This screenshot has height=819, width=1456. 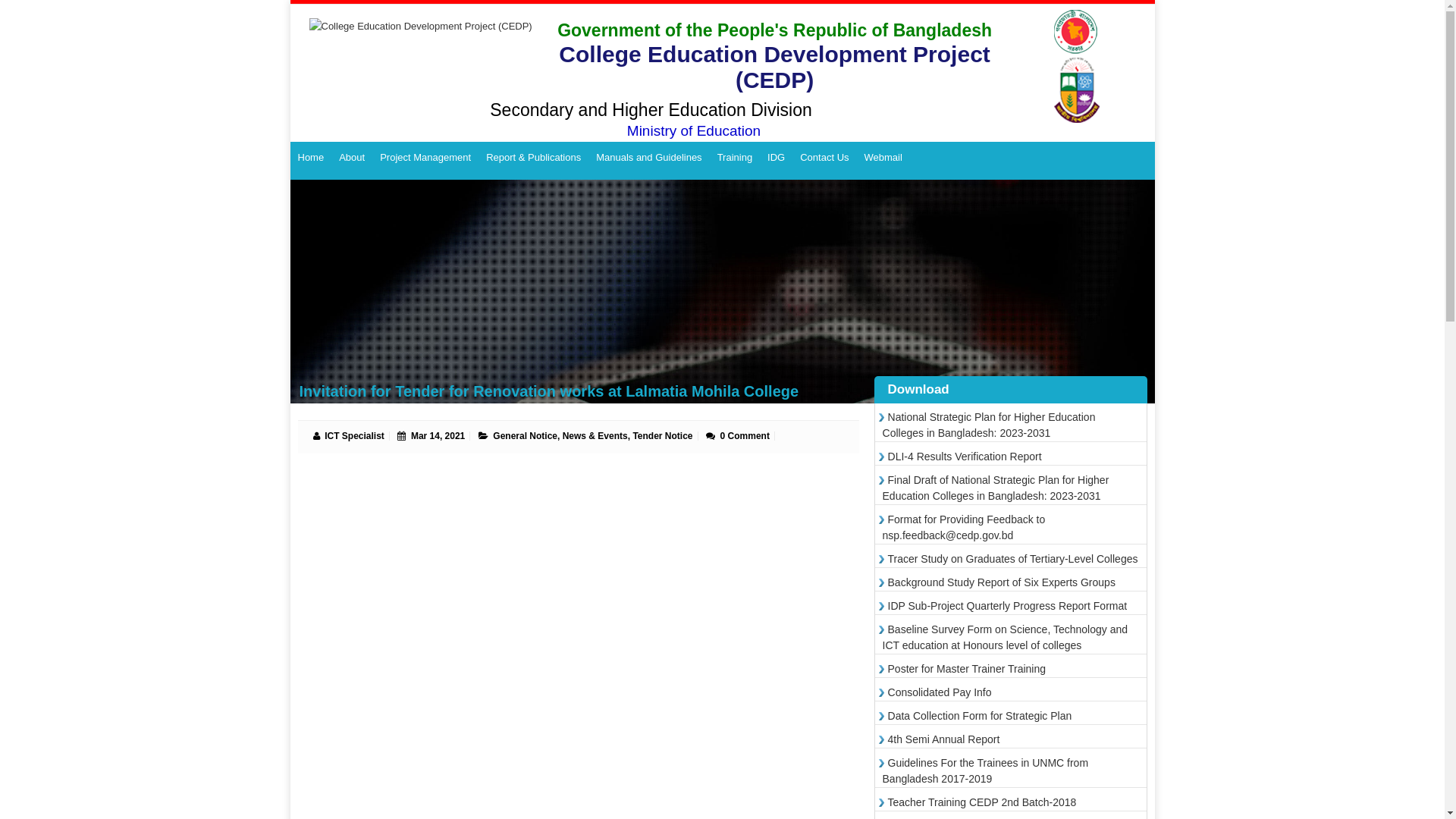 What do you see at coordinates (492, 435) in the screenshot?
I see `'General Notice'` at bounding box center [492, 435].